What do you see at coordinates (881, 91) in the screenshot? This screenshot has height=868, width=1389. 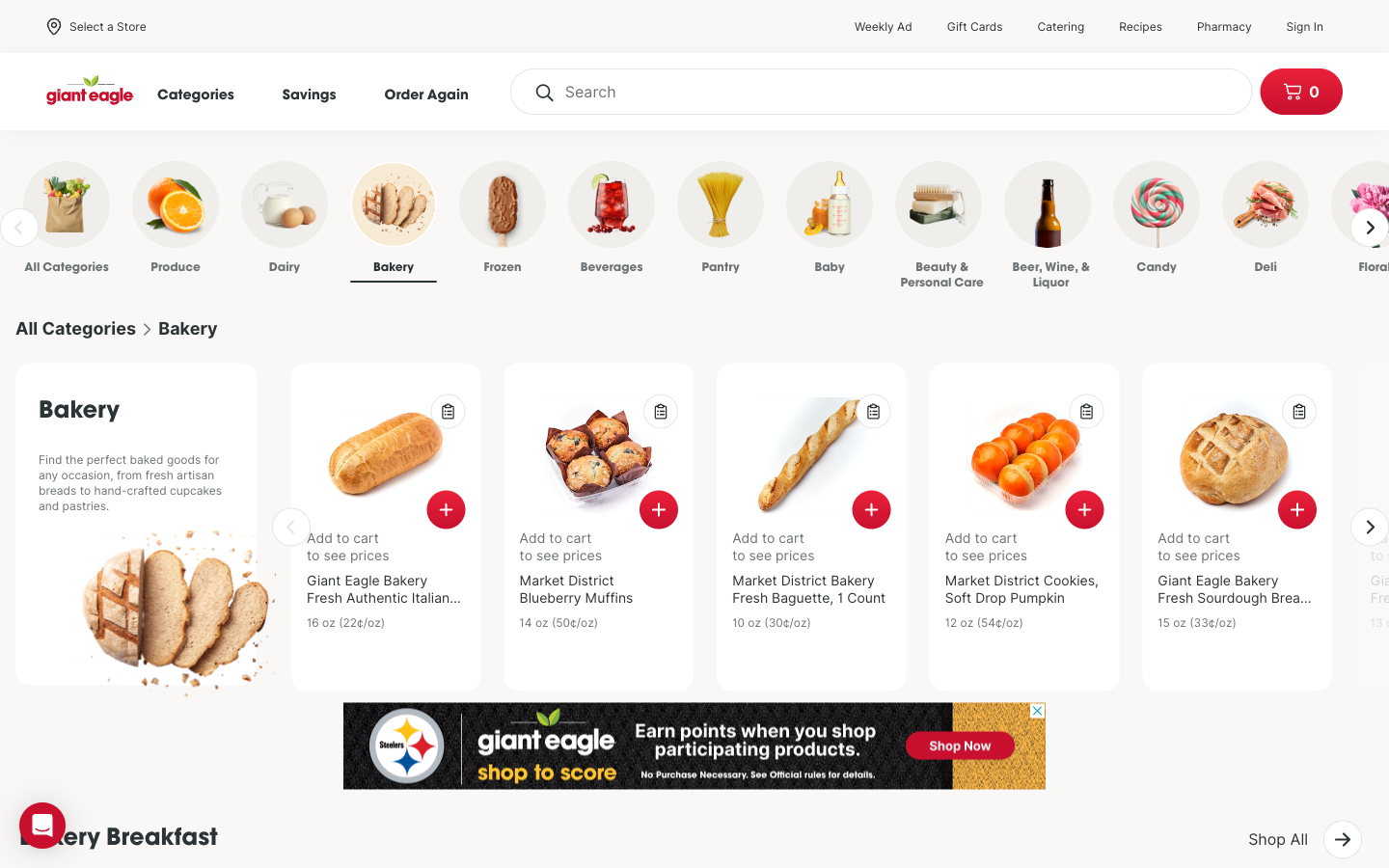 I see `Search for Brown Bread` at bounding box center [881, 91].